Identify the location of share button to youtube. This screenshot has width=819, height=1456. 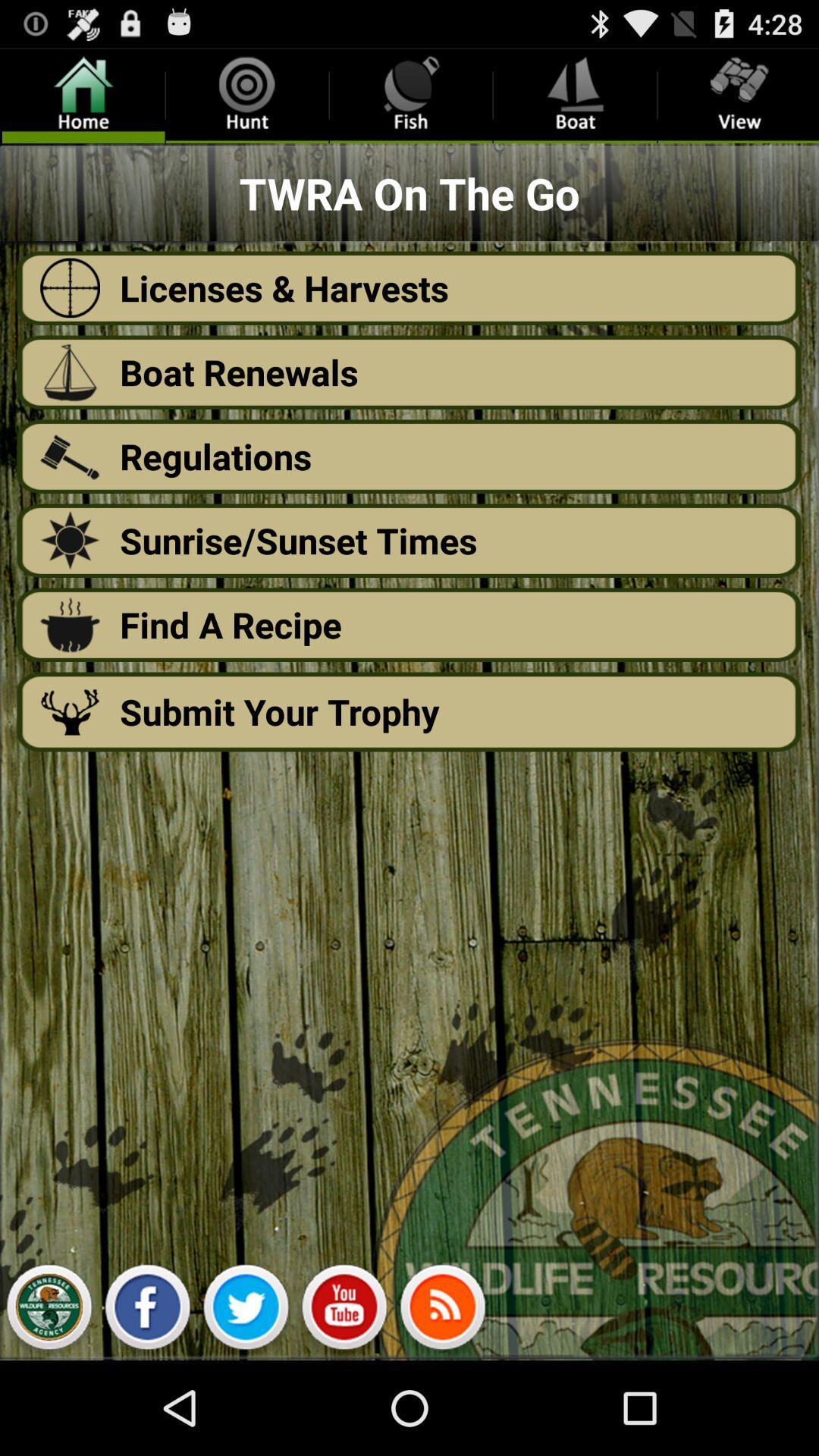
(344, 1310).